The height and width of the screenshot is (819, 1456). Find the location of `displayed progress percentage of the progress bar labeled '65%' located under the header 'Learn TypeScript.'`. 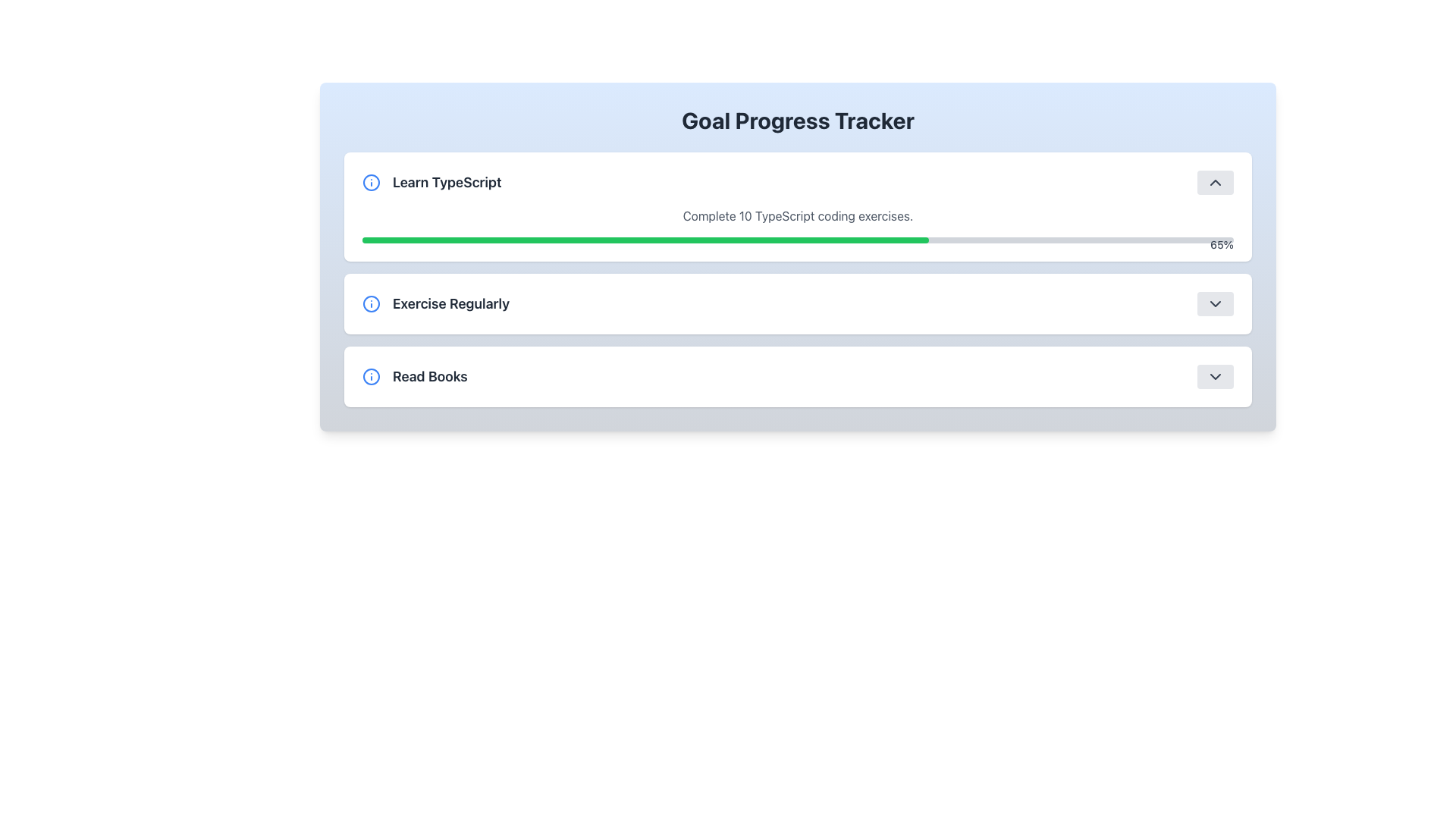

displayed progress percentage of the progress bar labeled '65%' located under the header 'Learn TypeScript.' is located at coordinates (797, 225).